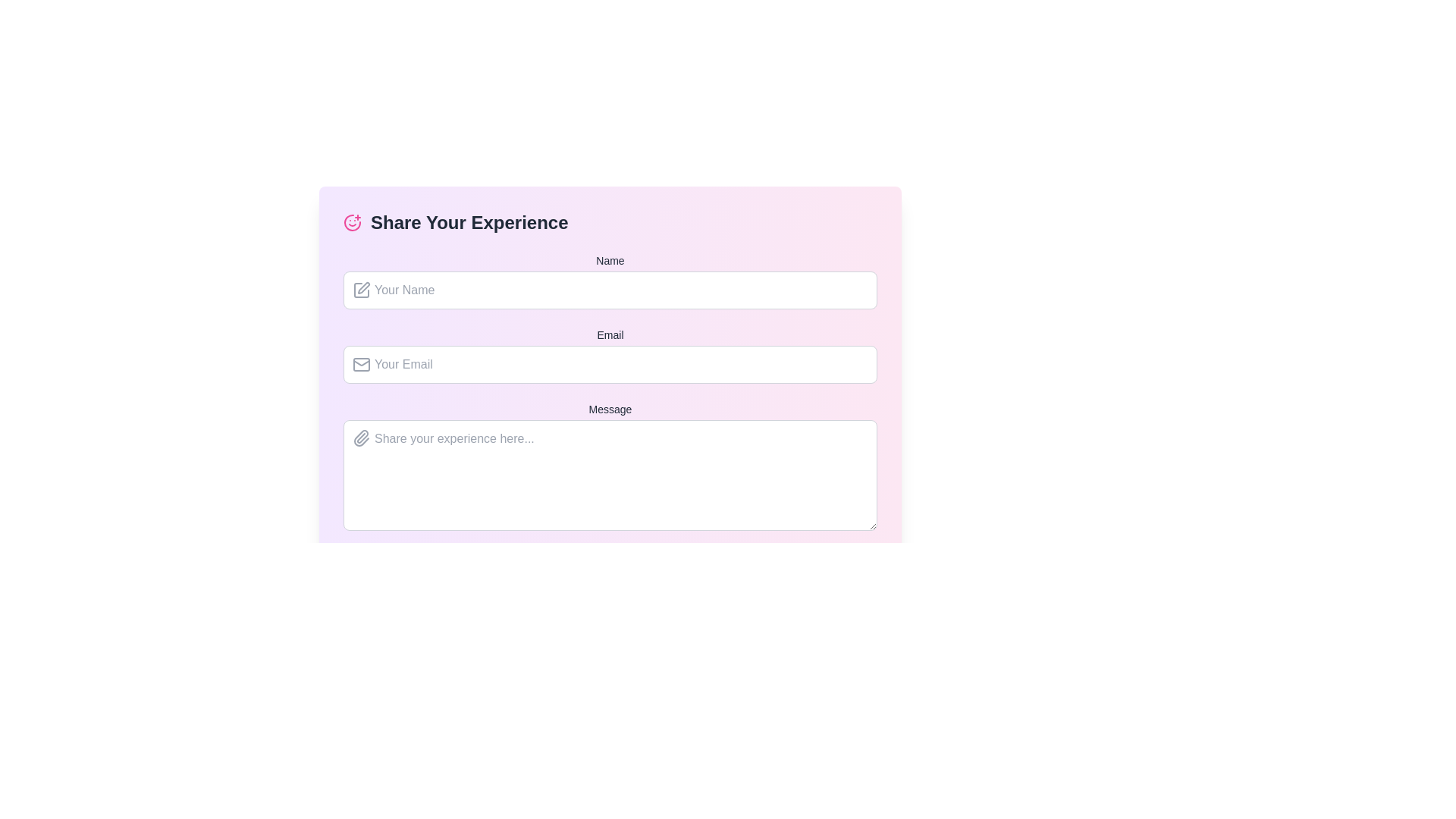 Image resolution: width=1456 pixels, height=819 pixels. What do you see at coordinates (364, 288) in the screenshot?
I see `the decorative icon located to the left of the 'Your Name' input field at the top-left corner of the form` at bounding box center [364, 288].